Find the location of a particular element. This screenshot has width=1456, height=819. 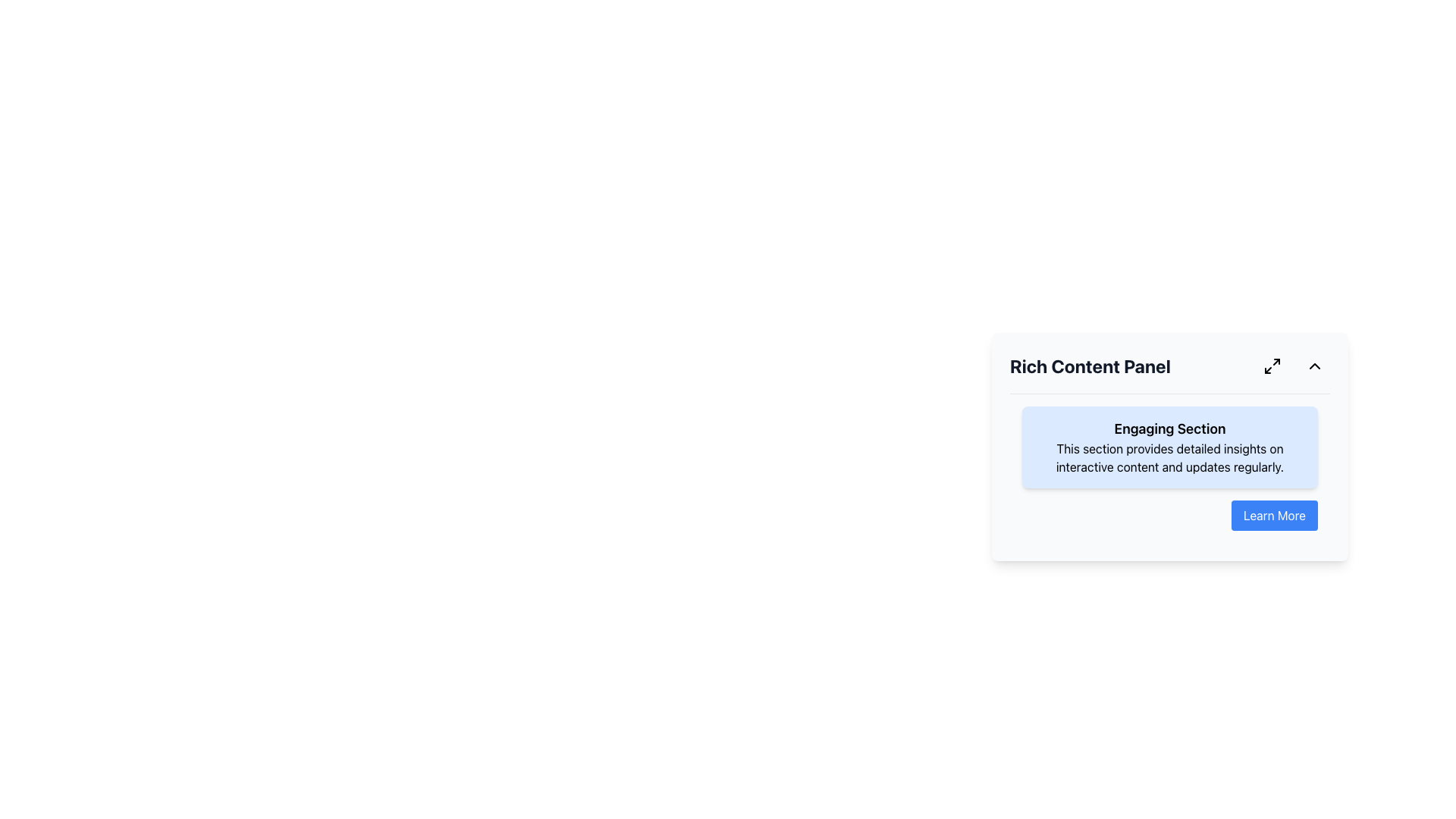

the expand button located in the top-right corner of the 'Rich Content Panel' header section to change its background is located at coordinates (1272, 366).